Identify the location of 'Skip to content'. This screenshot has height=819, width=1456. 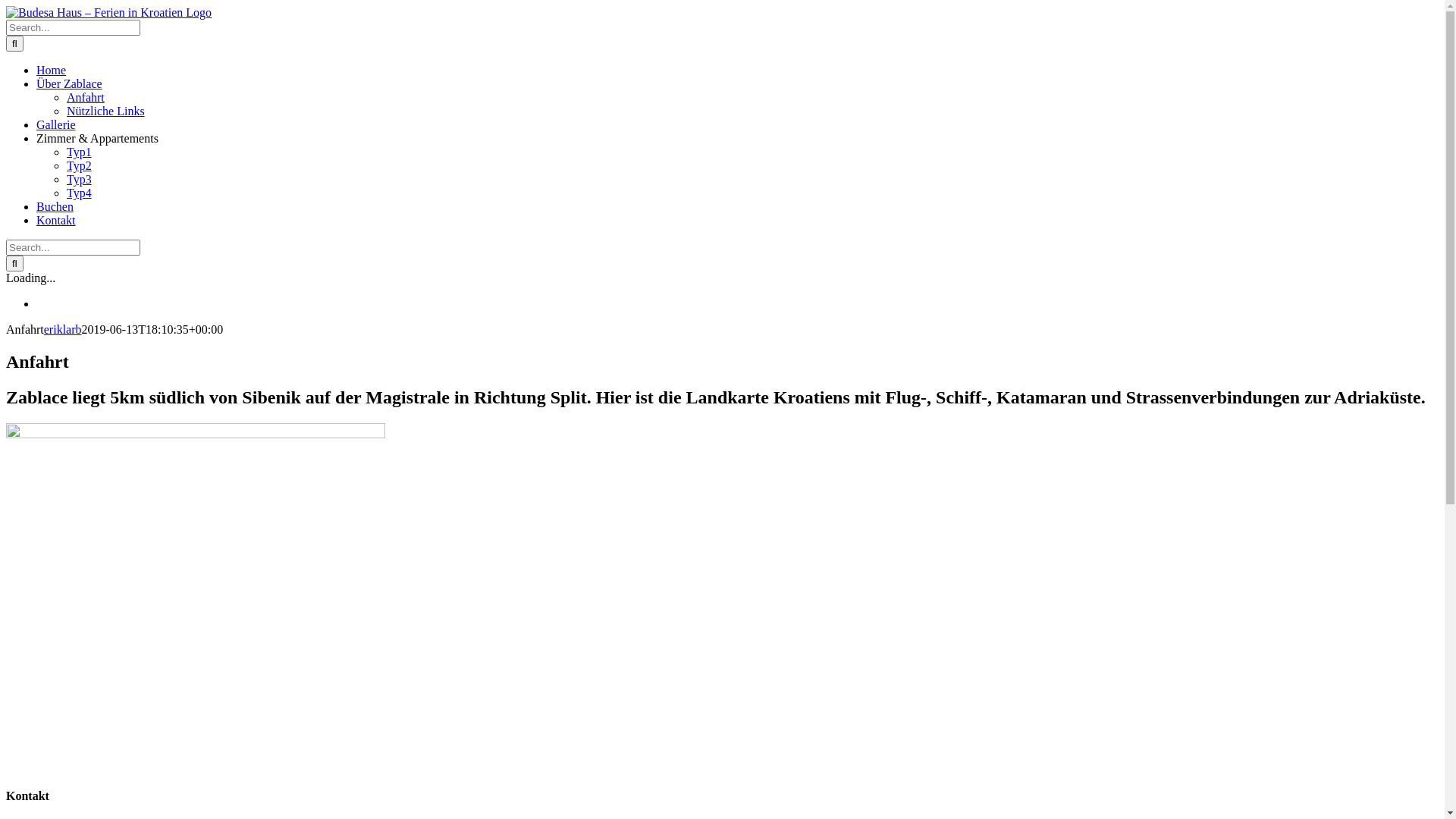
(5, 5).